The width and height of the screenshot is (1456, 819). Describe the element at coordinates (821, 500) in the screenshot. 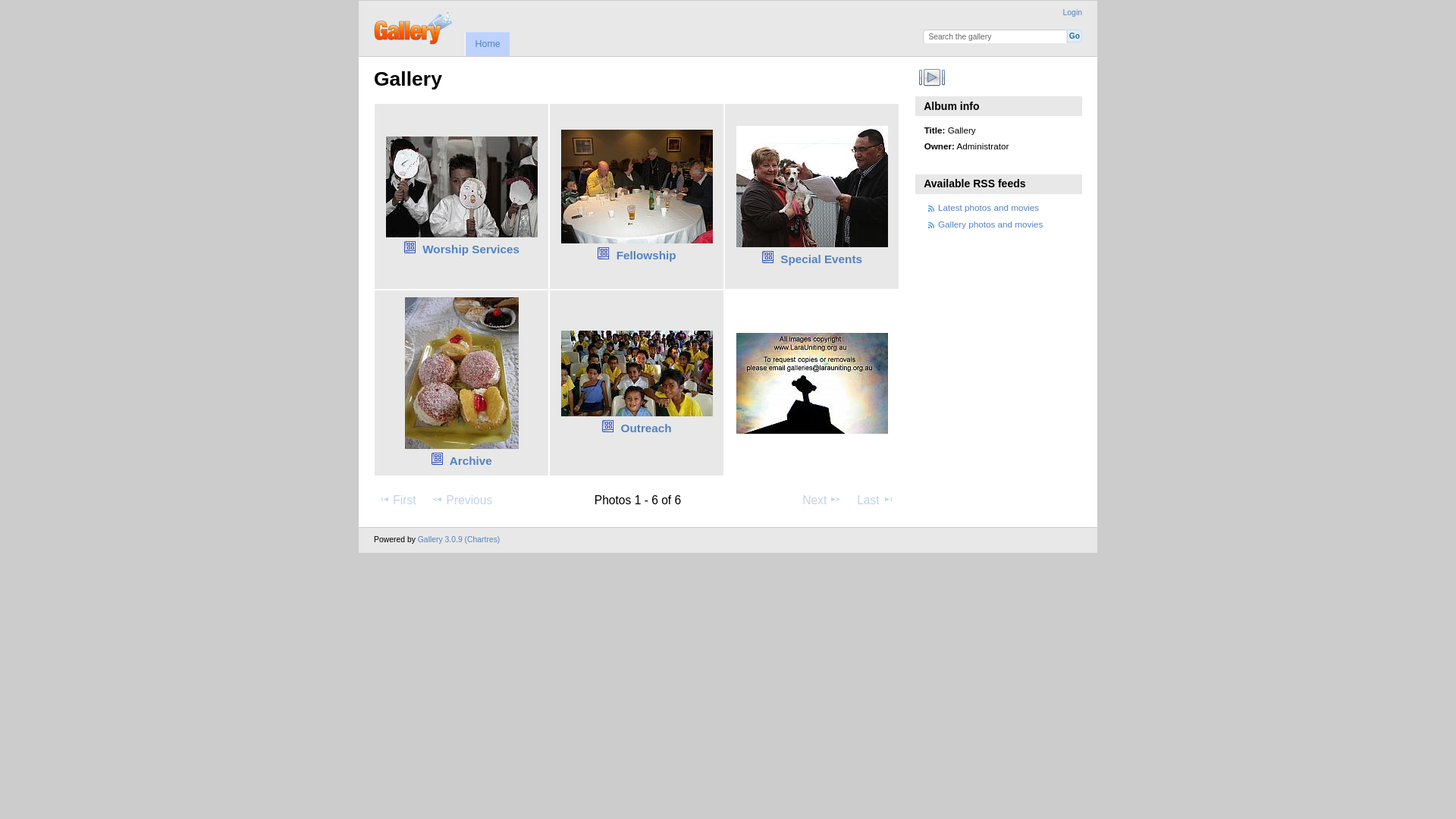

I see `'Next'` at that location.